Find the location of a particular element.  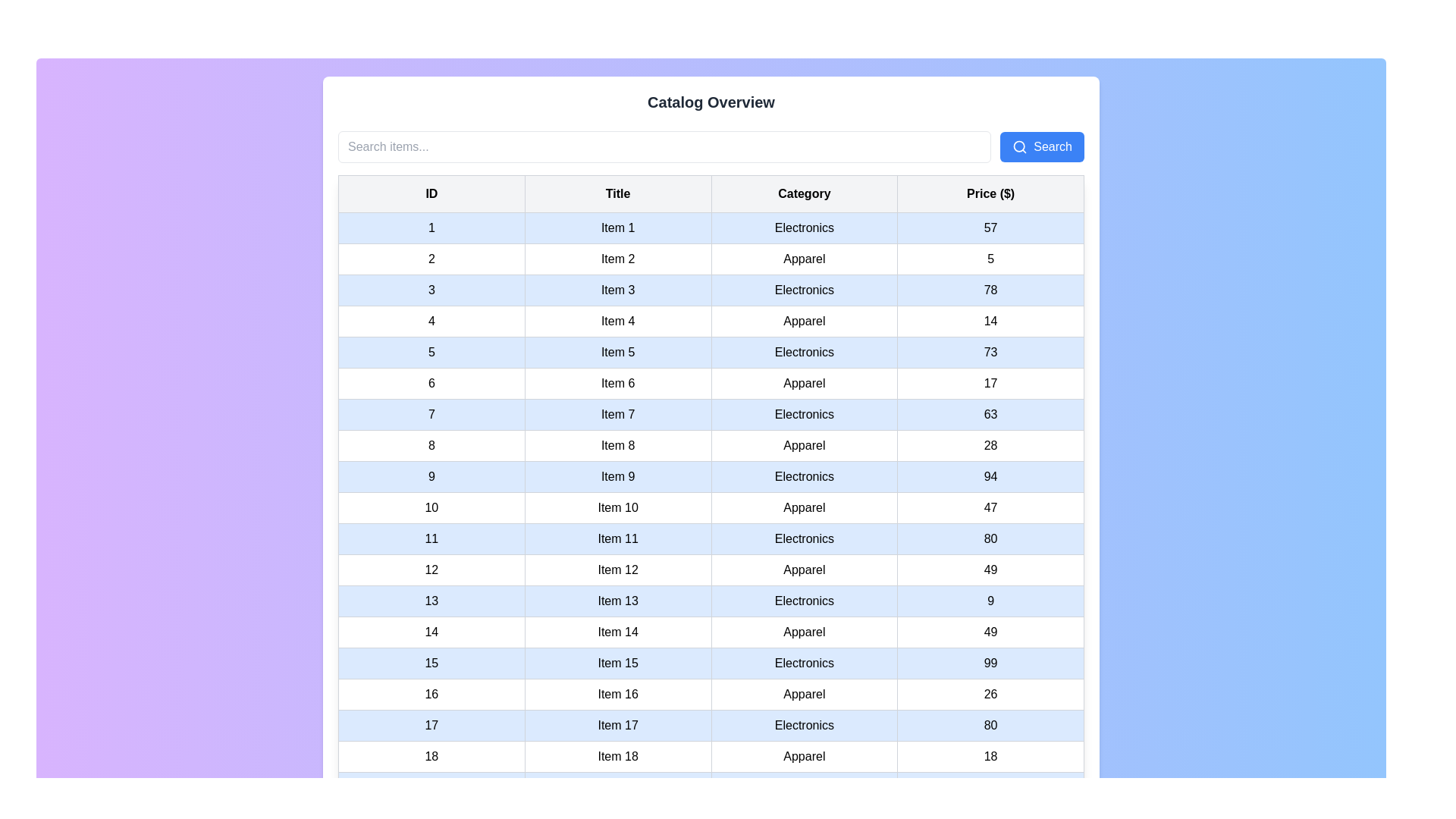

the title label for the twelfth item is located at coordinates (618, 570).